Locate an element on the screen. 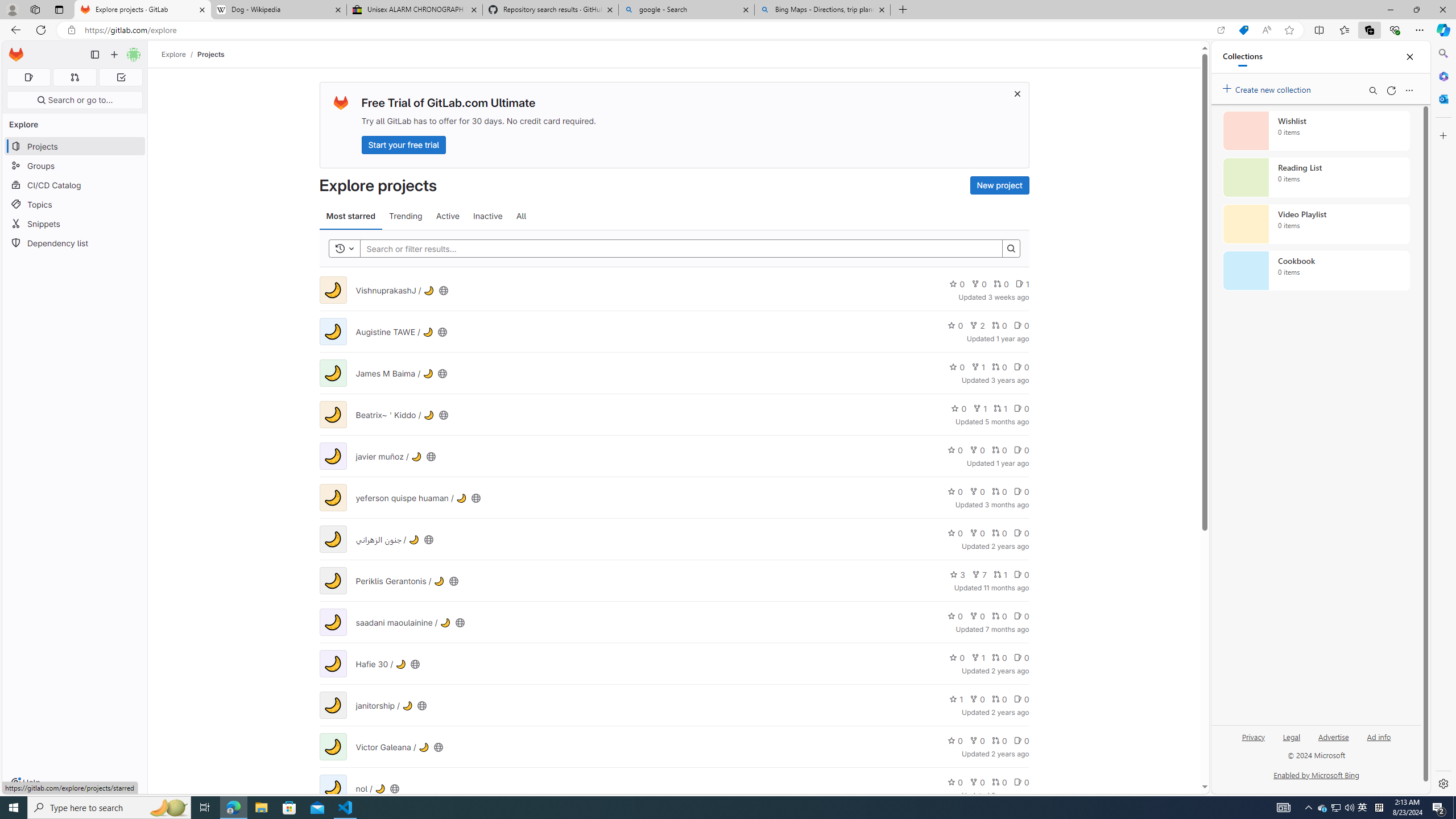 The height and width of the screenshot is (819, 1456). 'Snippets' is located at coordinates (74, 223).